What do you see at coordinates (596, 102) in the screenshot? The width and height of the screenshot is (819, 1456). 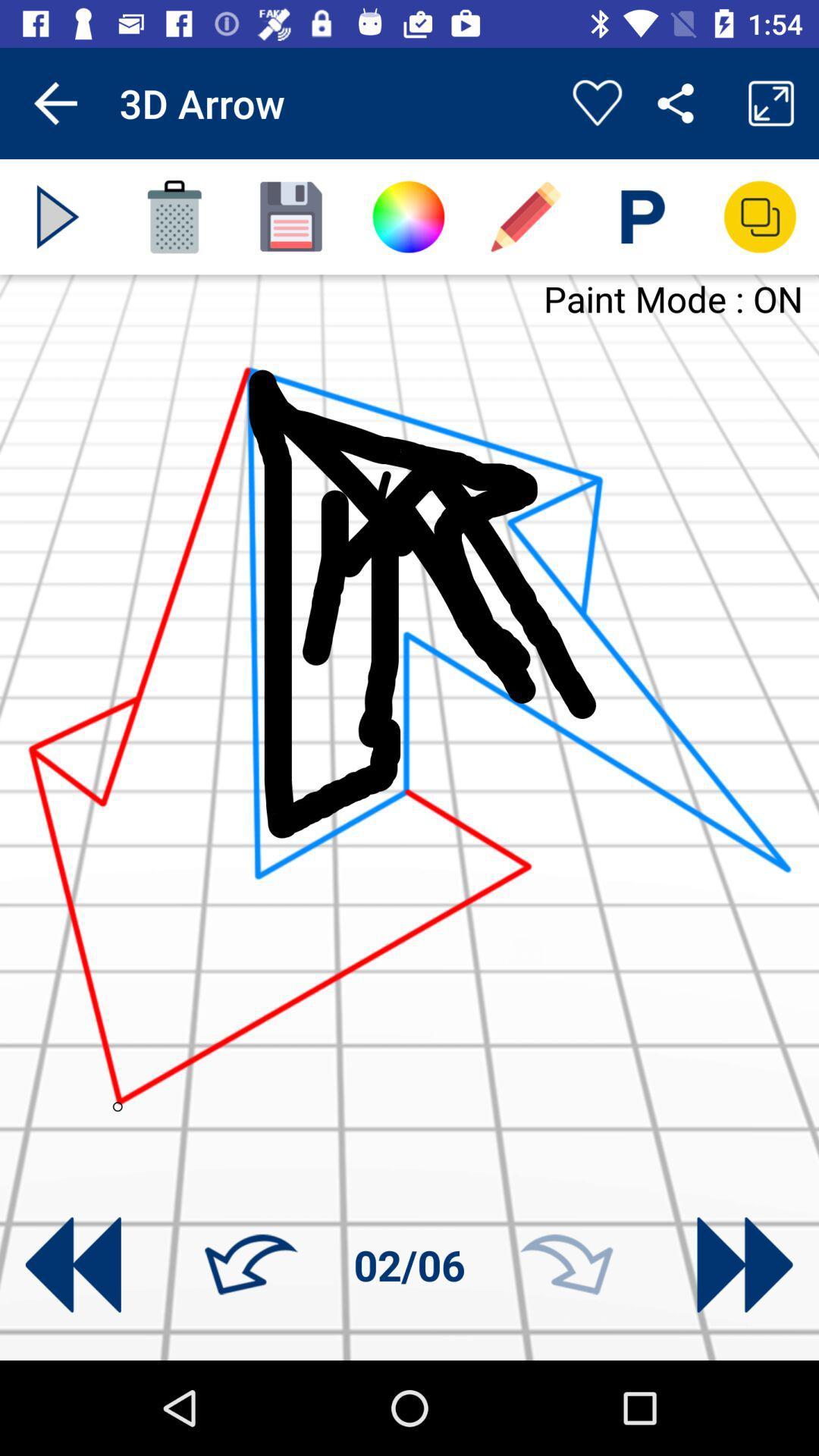 I see `creation` at bounding box center [596, 102].